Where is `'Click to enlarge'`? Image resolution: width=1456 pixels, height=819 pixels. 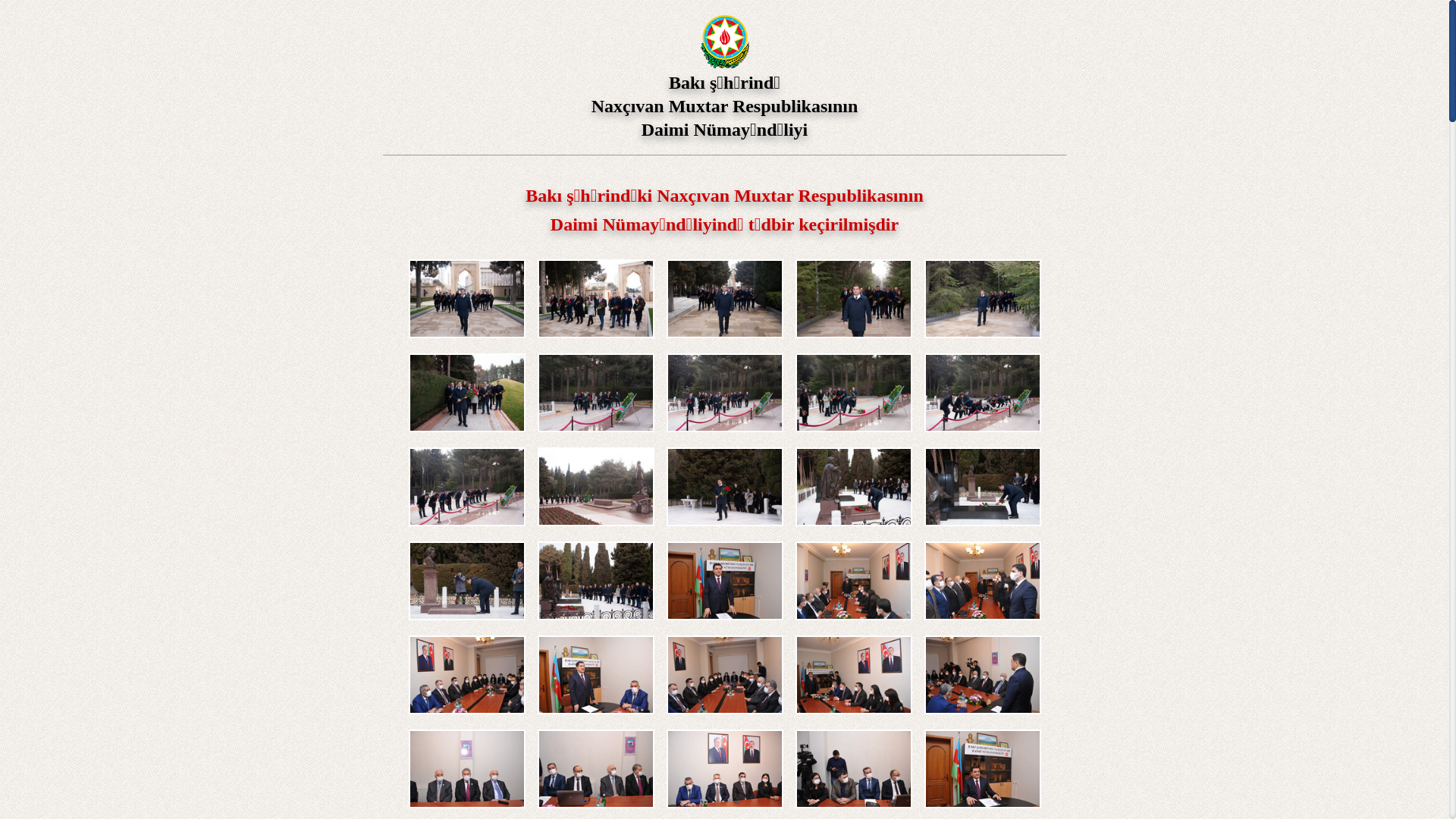
'Click to enlarge' is located at coordinates (465, 298).